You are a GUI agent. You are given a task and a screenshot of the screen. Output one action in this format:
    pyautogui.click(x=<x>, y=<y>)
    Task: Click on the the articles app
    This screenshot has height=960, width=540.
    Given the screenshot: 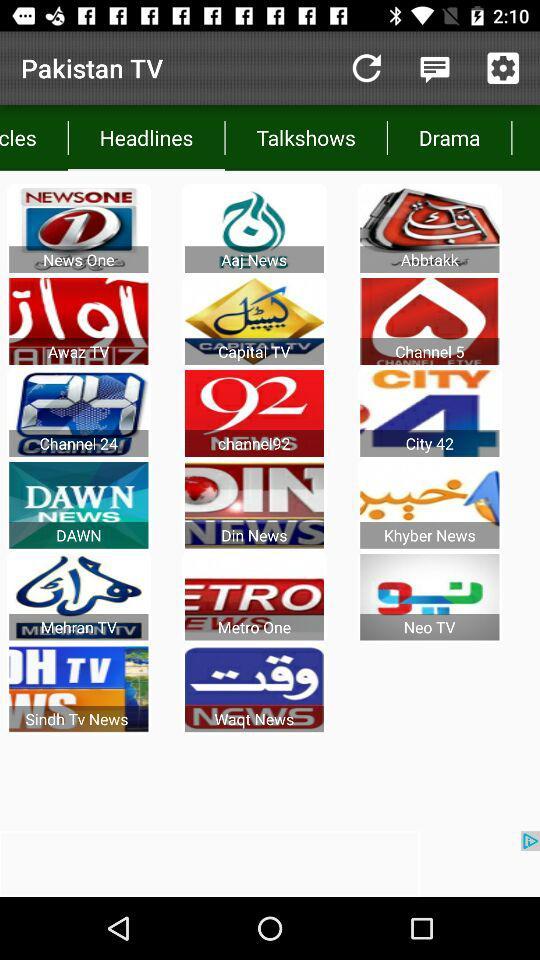 What is the action you would take?
    pyautogui.click(x=33, y=136)
    